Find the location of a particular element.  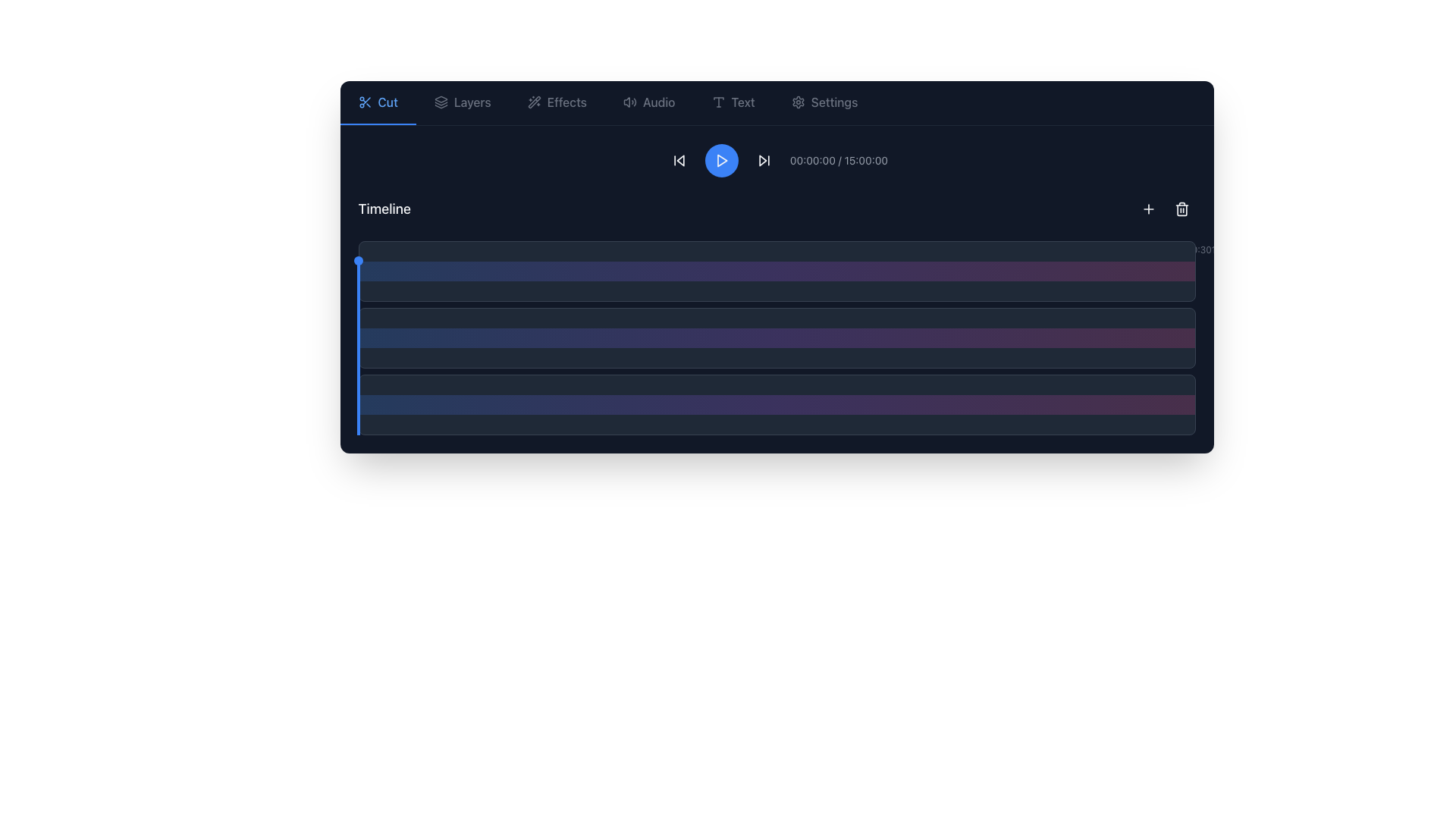

the 'Cut' button, which is styled in blue and features a scissor icon is located at coordinates (378, 102).